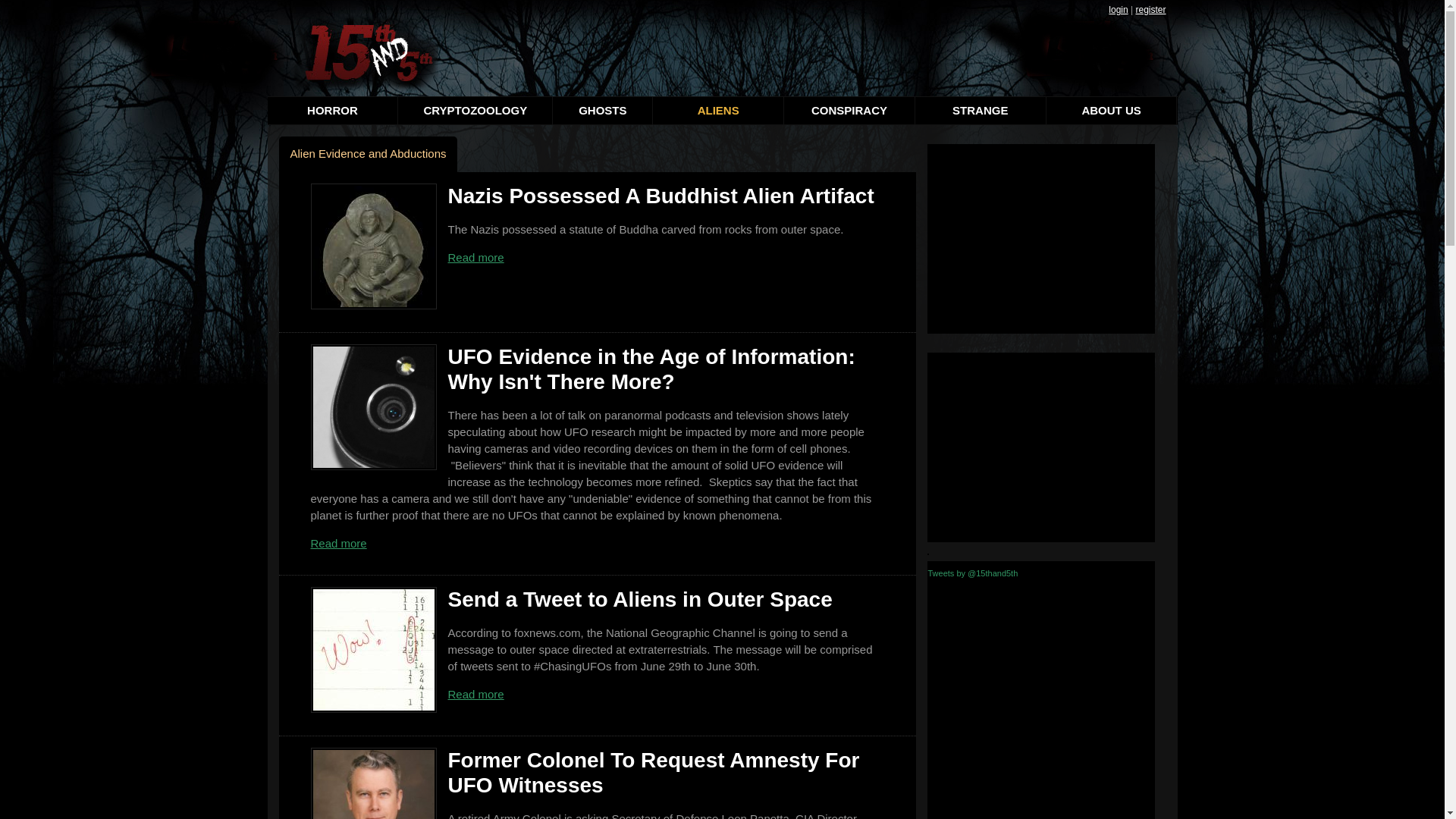 The image size is (1456, 819). Describe the element at coordinates (1150, 9) in the screenshot. I see `'register'` at that location.